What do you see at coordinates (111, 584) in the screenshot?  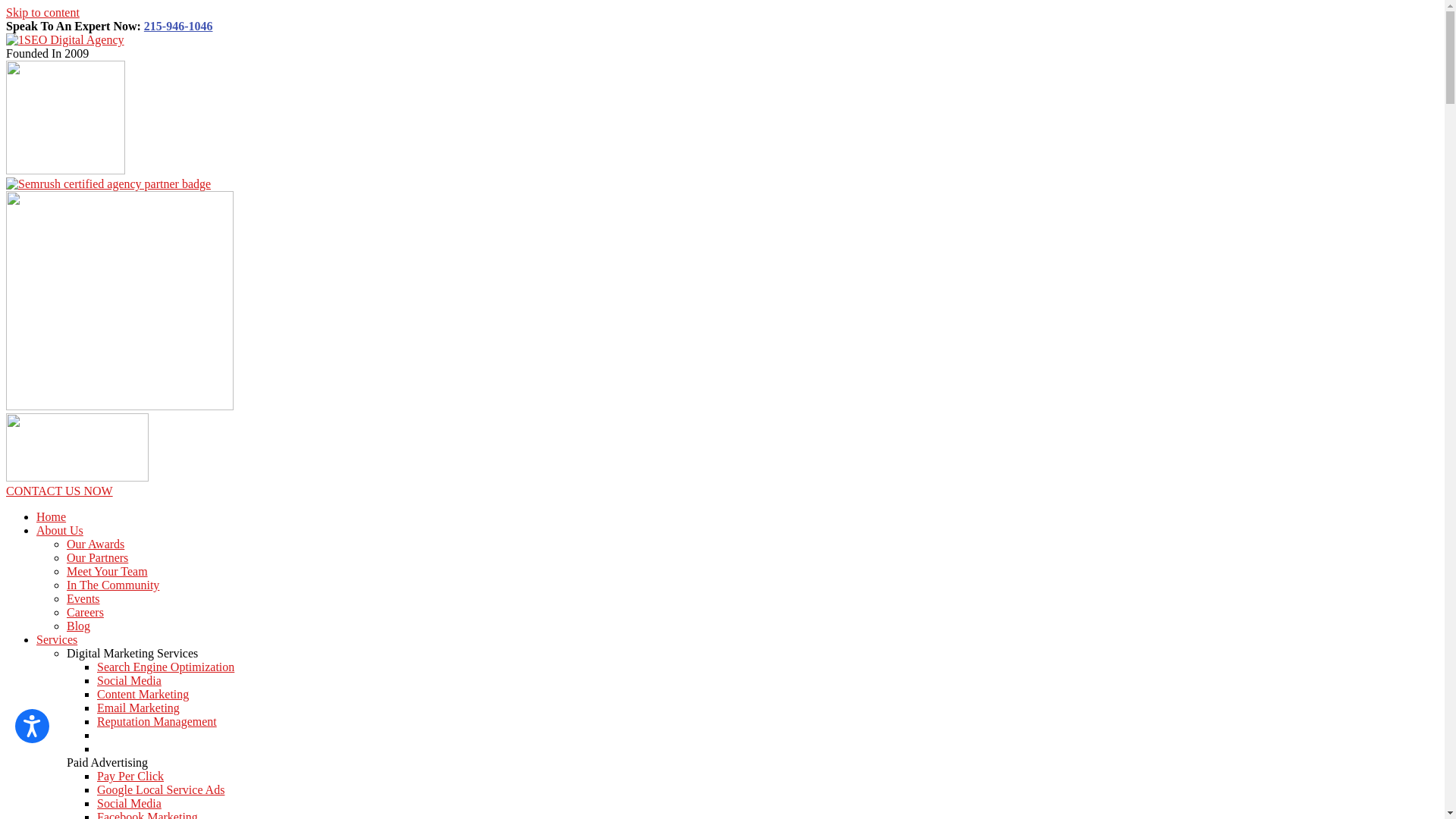 I see `'In The Community'` at bounding box center [111, 584].